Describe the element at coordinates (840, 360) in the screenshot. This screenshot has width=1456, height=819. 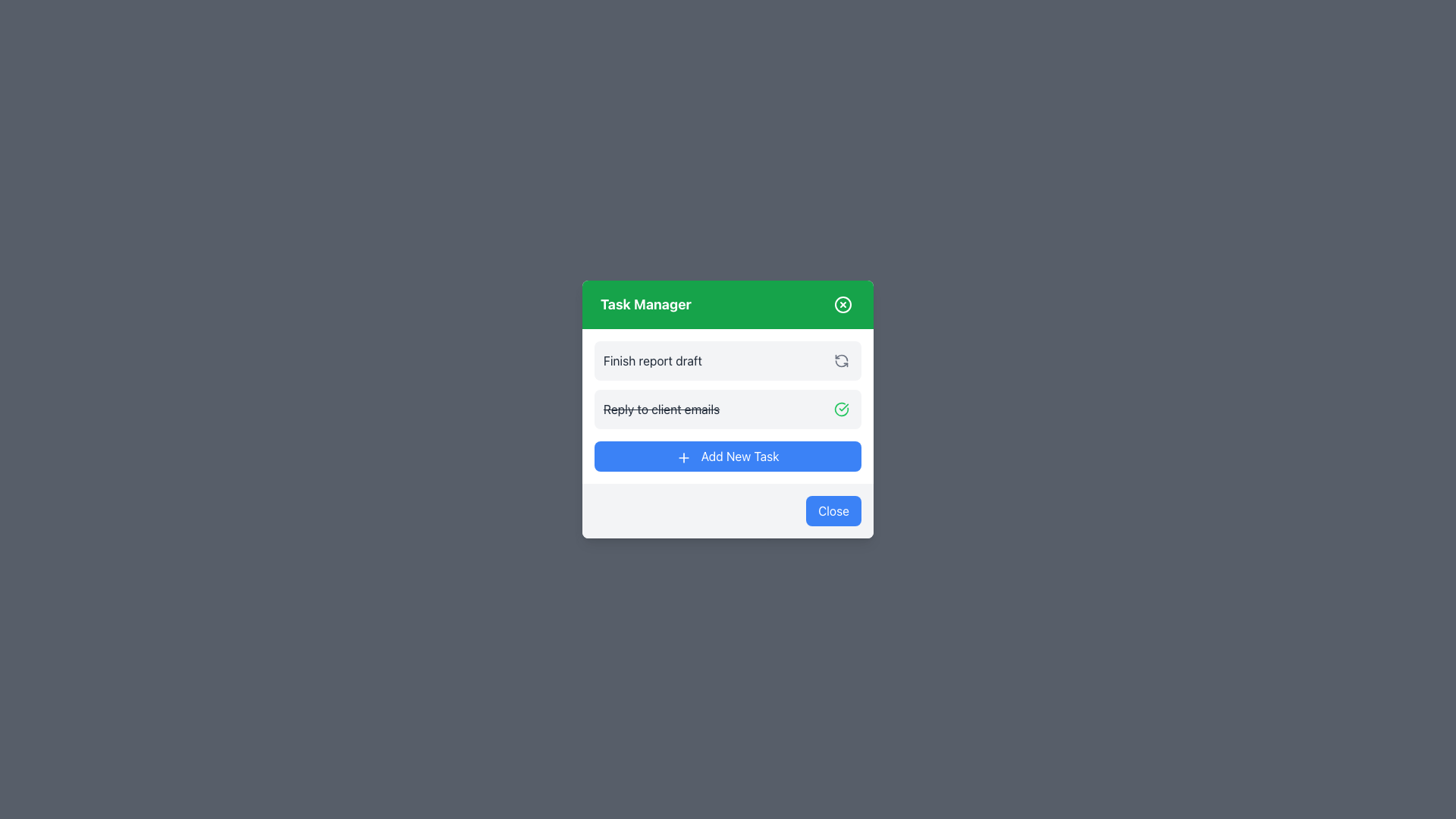
I see `the distinct circular icon/button located at the right end of the 'Finish report draft' task item row` at that location.